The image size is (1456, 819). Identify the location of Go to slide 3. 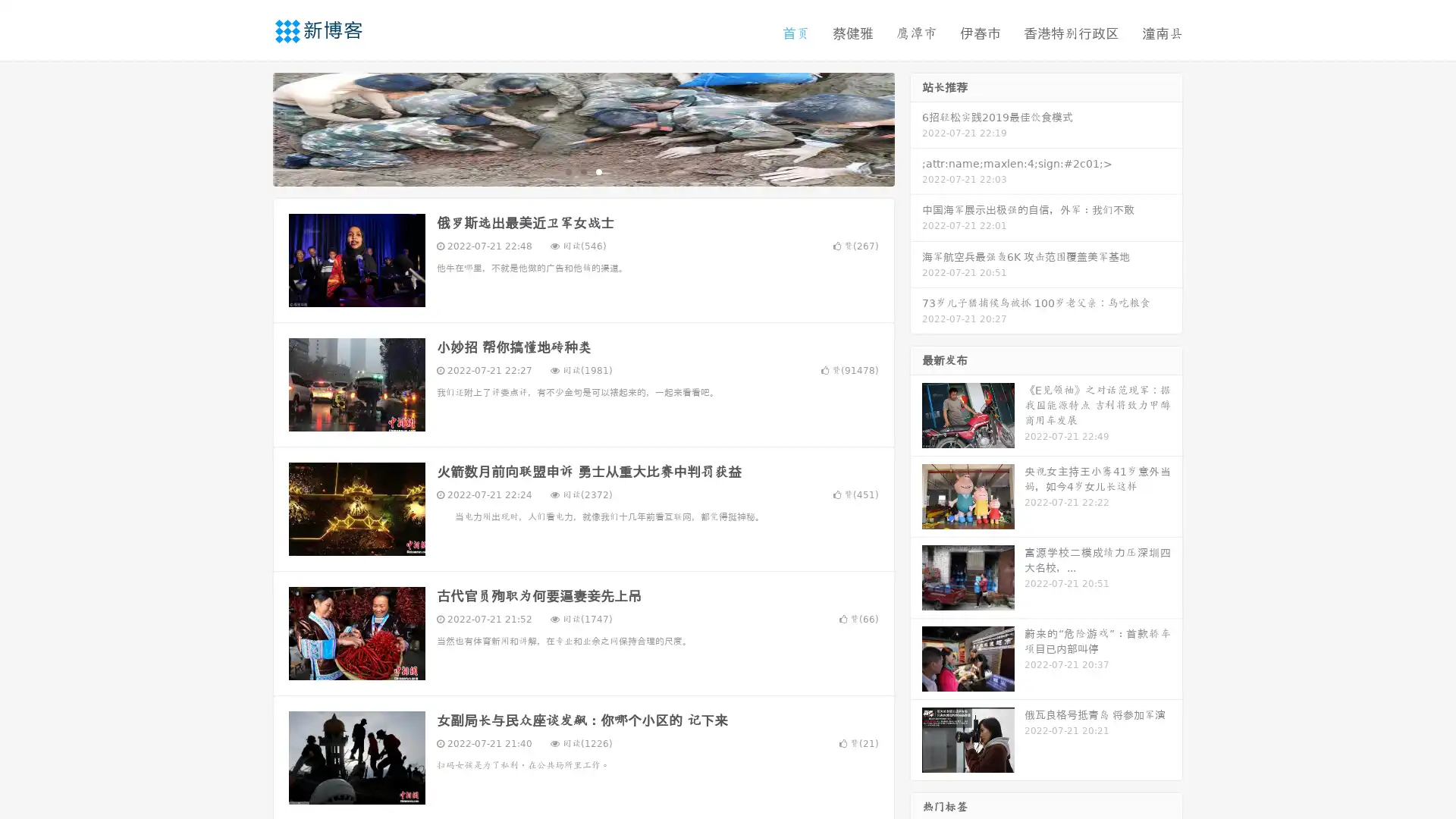
(598, 171).